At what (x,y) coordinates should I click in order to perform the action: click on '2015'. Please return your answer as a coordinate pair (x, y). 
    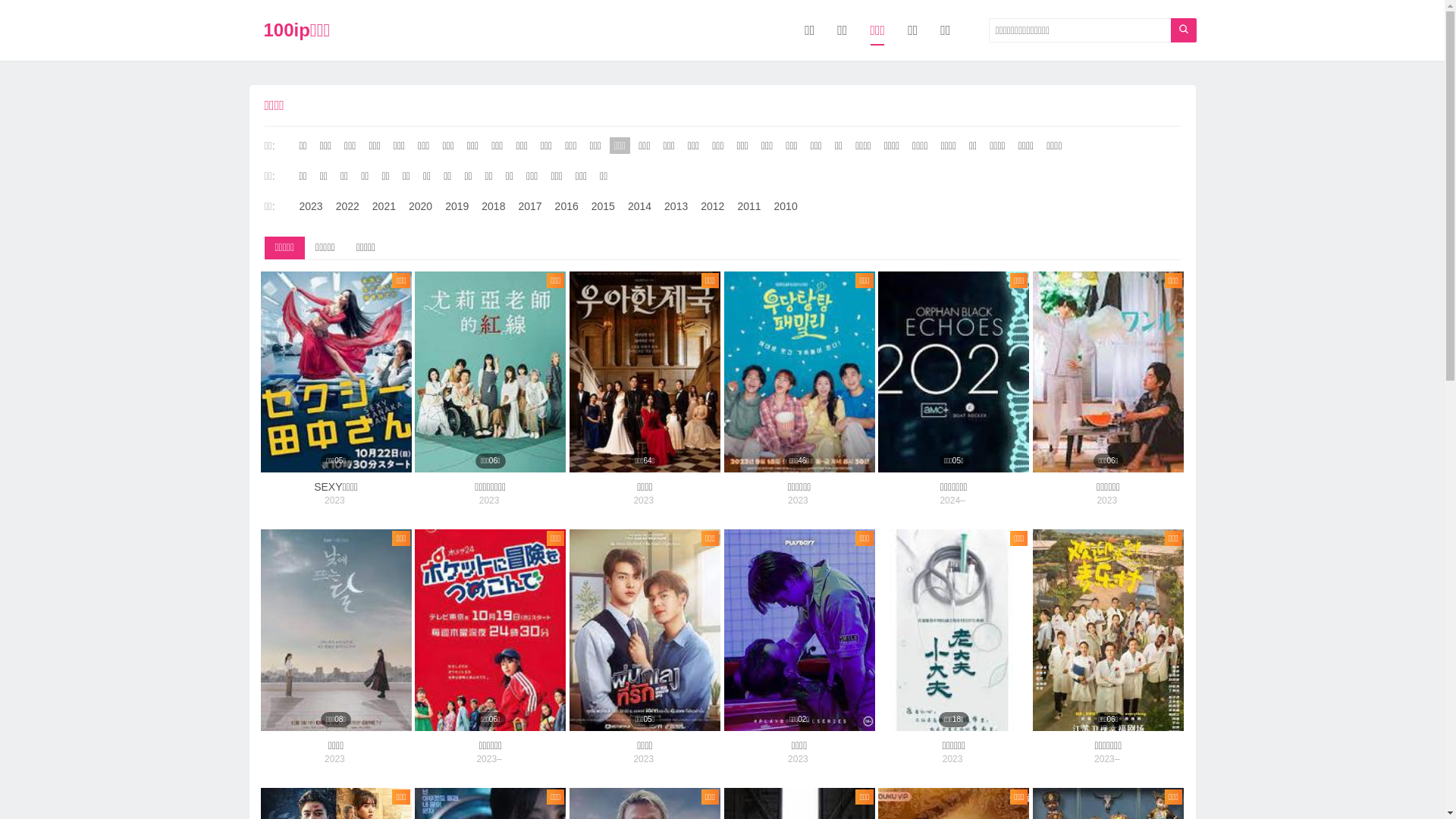
    Looking at the image, I should click on (602, 206).